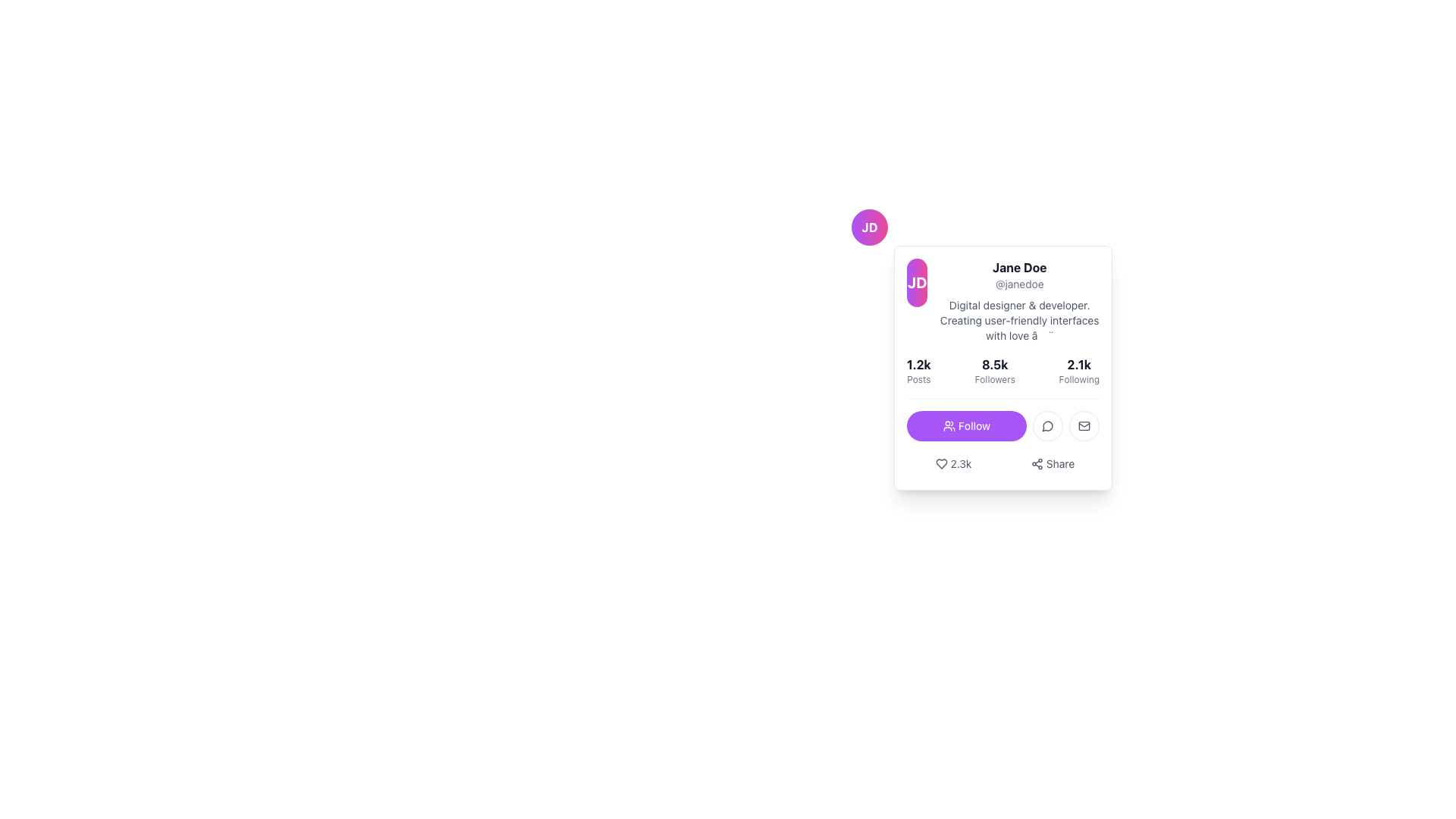  I want to click on the like button which features a heart icon and the text '2.3k' to like or unlike the post, so click(952, 463).